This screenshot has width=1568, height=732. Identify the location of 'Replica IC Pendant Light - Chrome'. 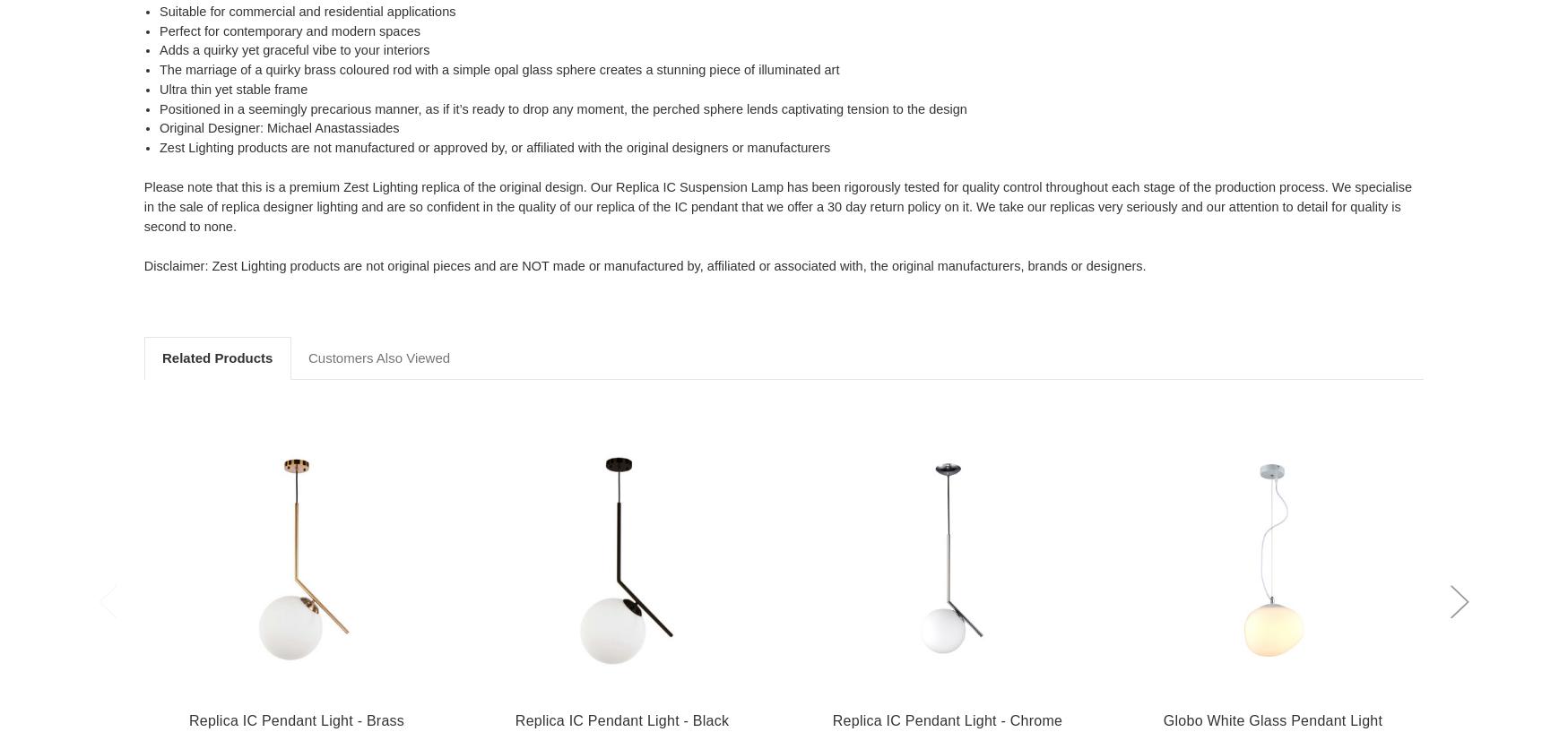
(947, 719).